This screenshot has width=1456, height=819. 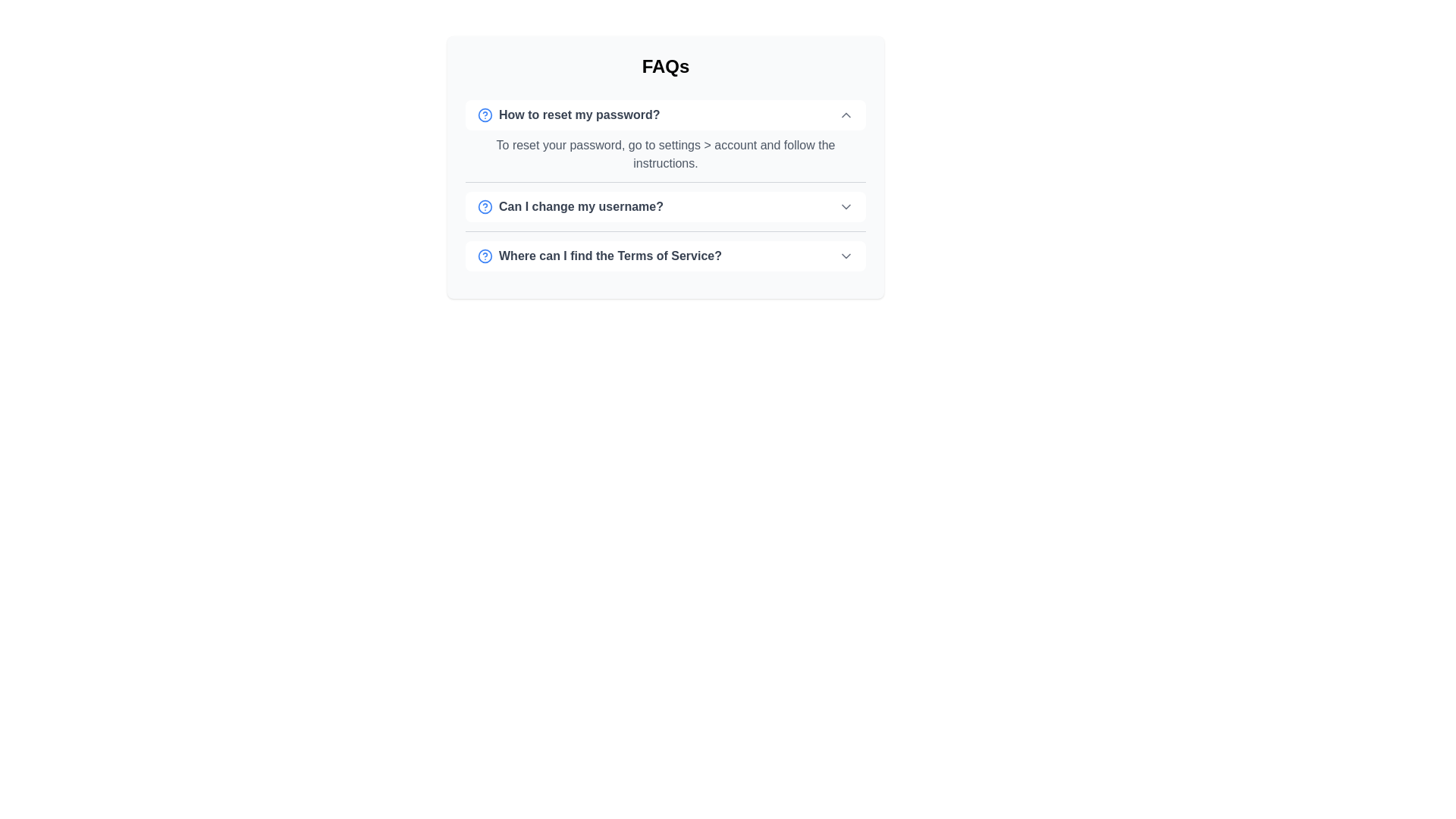 I want to click on the SVG Circle that represents a help-related topic, positioned to the left of the FAQ entry 'How to reset my password?', so click(x=484, y=114).